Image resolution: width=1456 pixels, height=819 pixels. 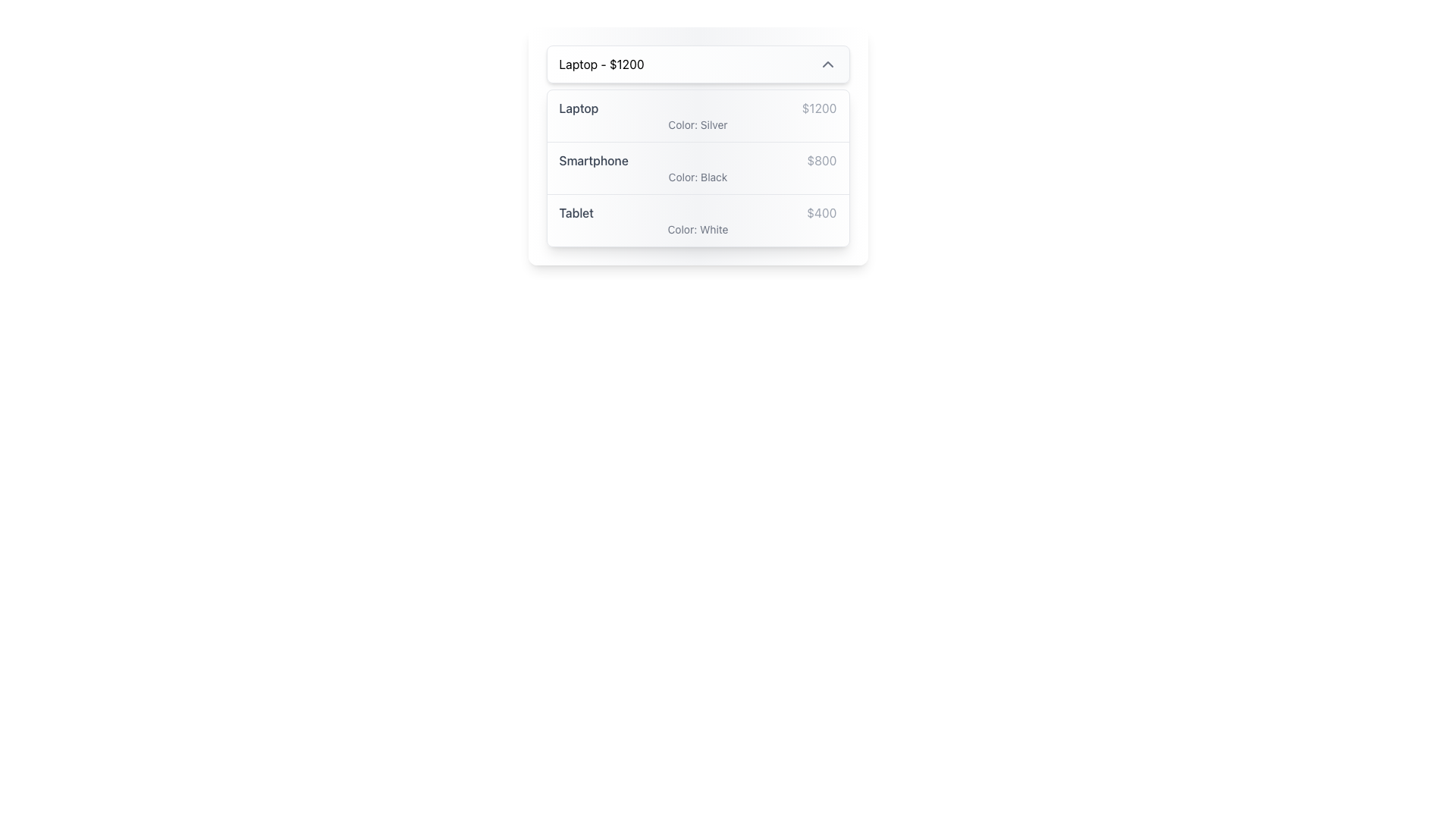 What do you see at coordinates (697, 220) in the screenshot?
I see `product information displayed in the static text block for the 'Tablet', located below the 'Smartphone' list item` at bounding box center [697, 220].